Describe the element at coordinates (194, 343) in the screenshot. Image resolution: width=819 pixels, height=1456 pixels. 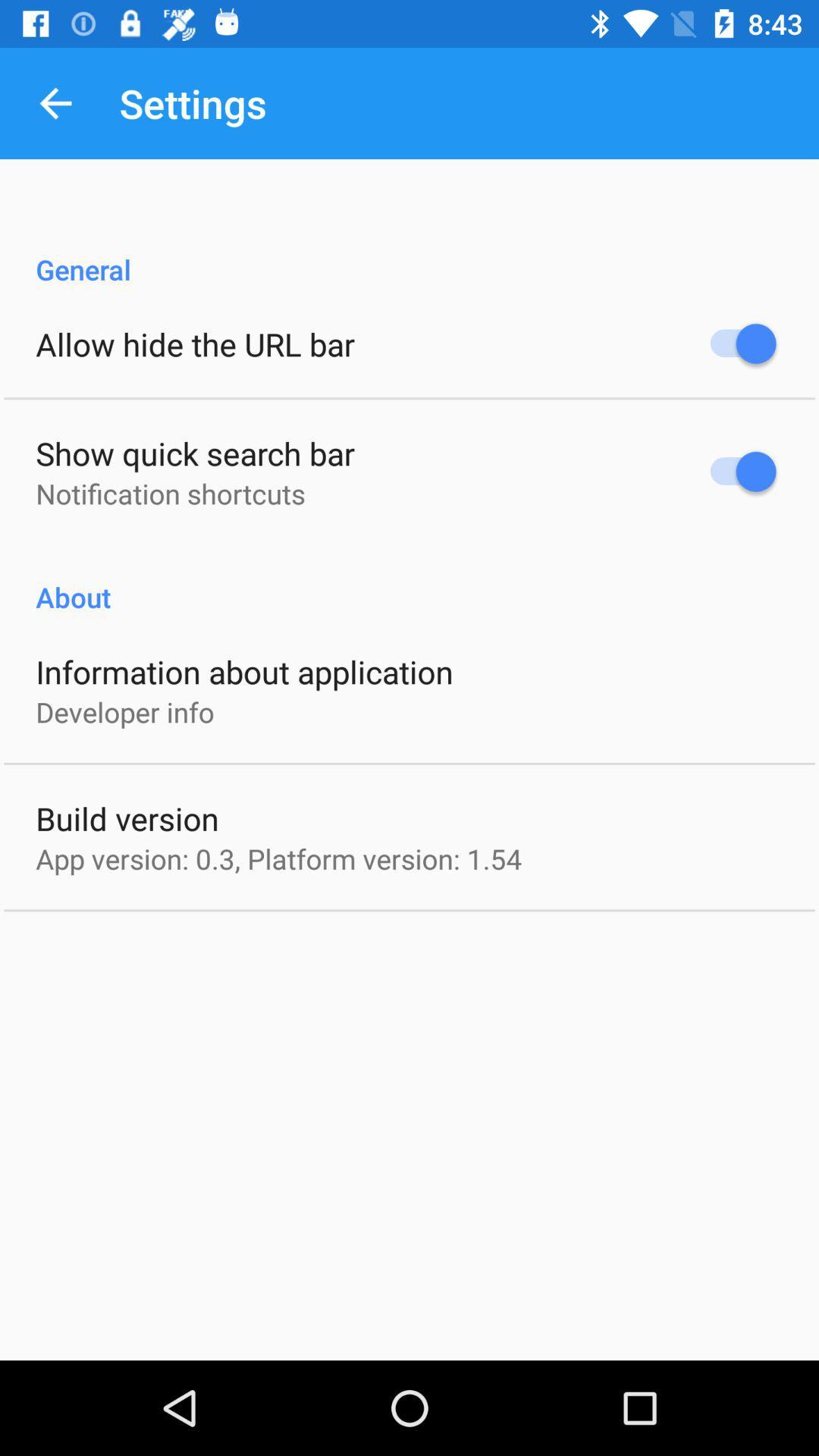
I see `the item below general item` at that location.